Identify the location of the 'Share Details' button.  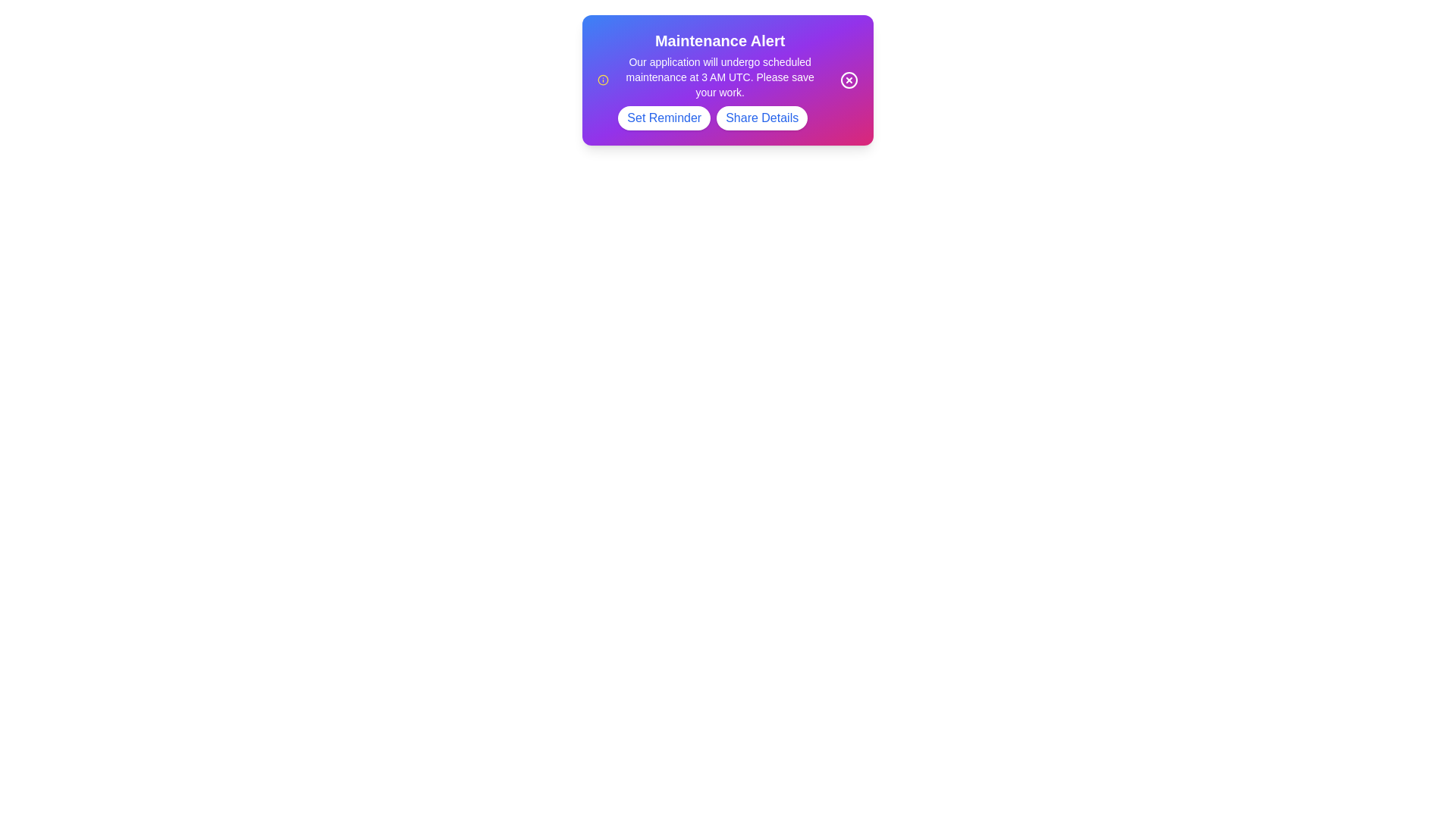
(761, 117).